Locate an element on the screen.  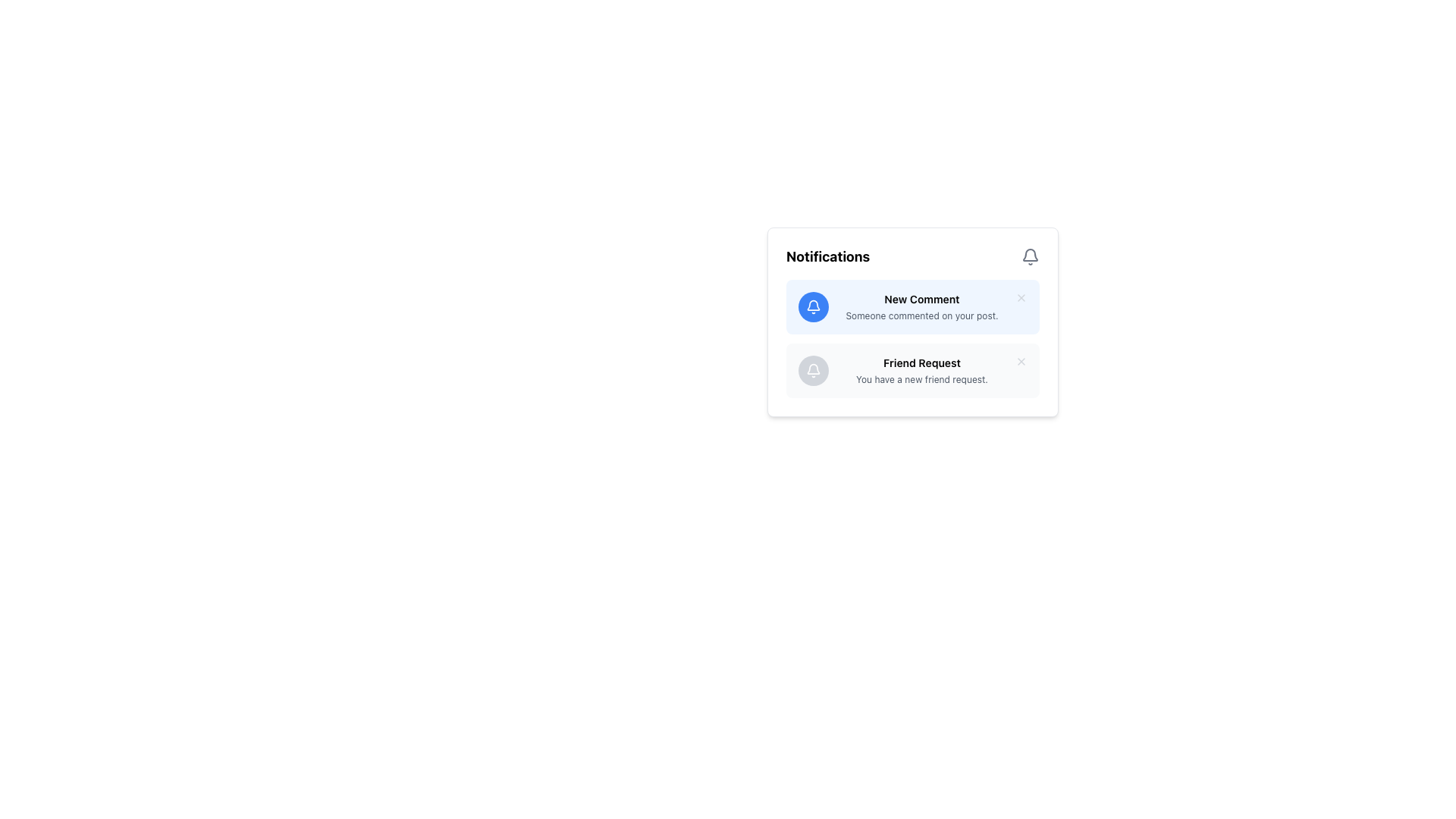
the informational text element that indicates receiving a new friend request, located below the 'Friend Request' label in the notification section is located at coordinates (921, 379).